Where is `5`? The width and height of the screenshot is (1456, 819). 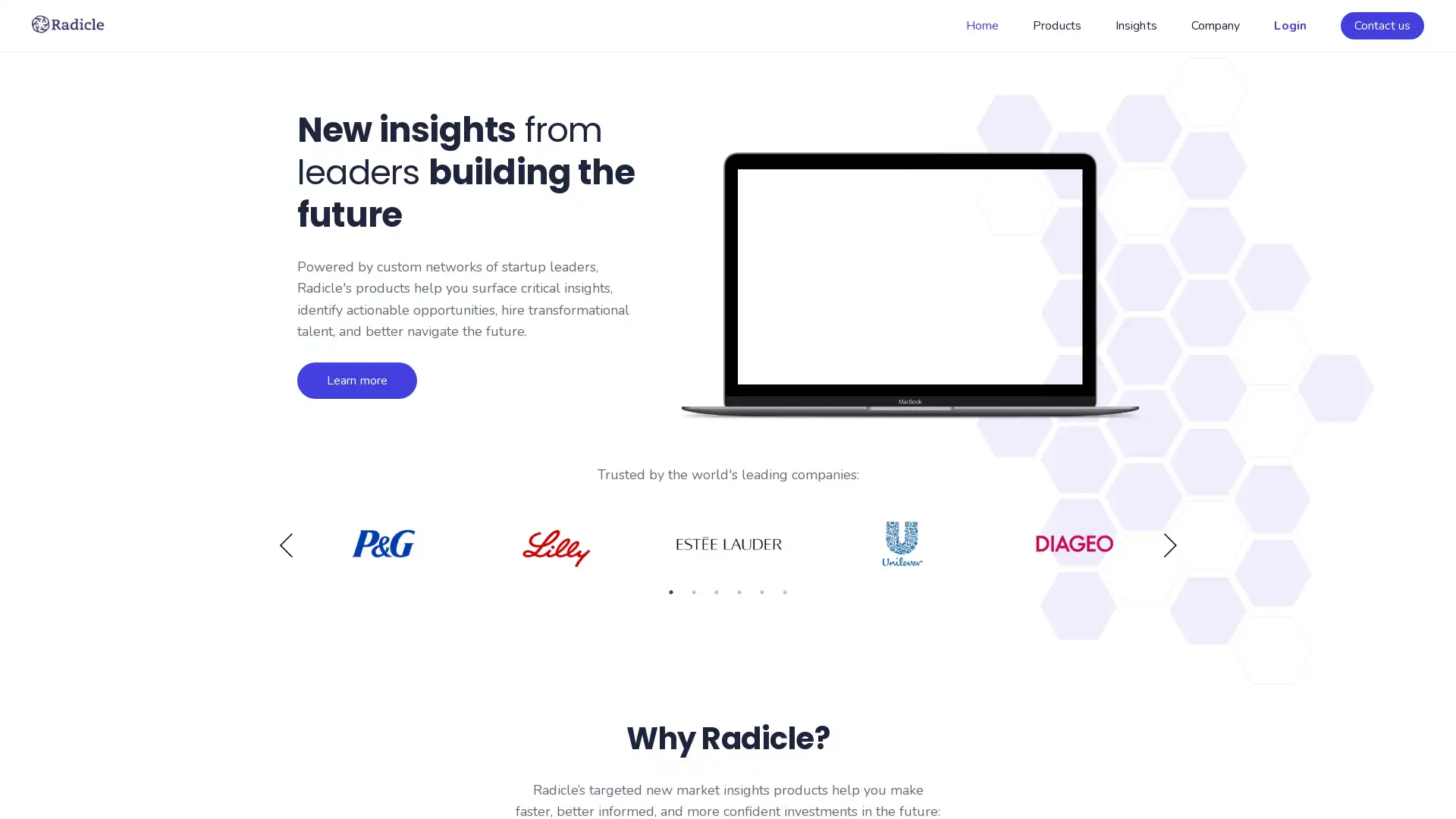
5 is located at coordinates (761, 595).